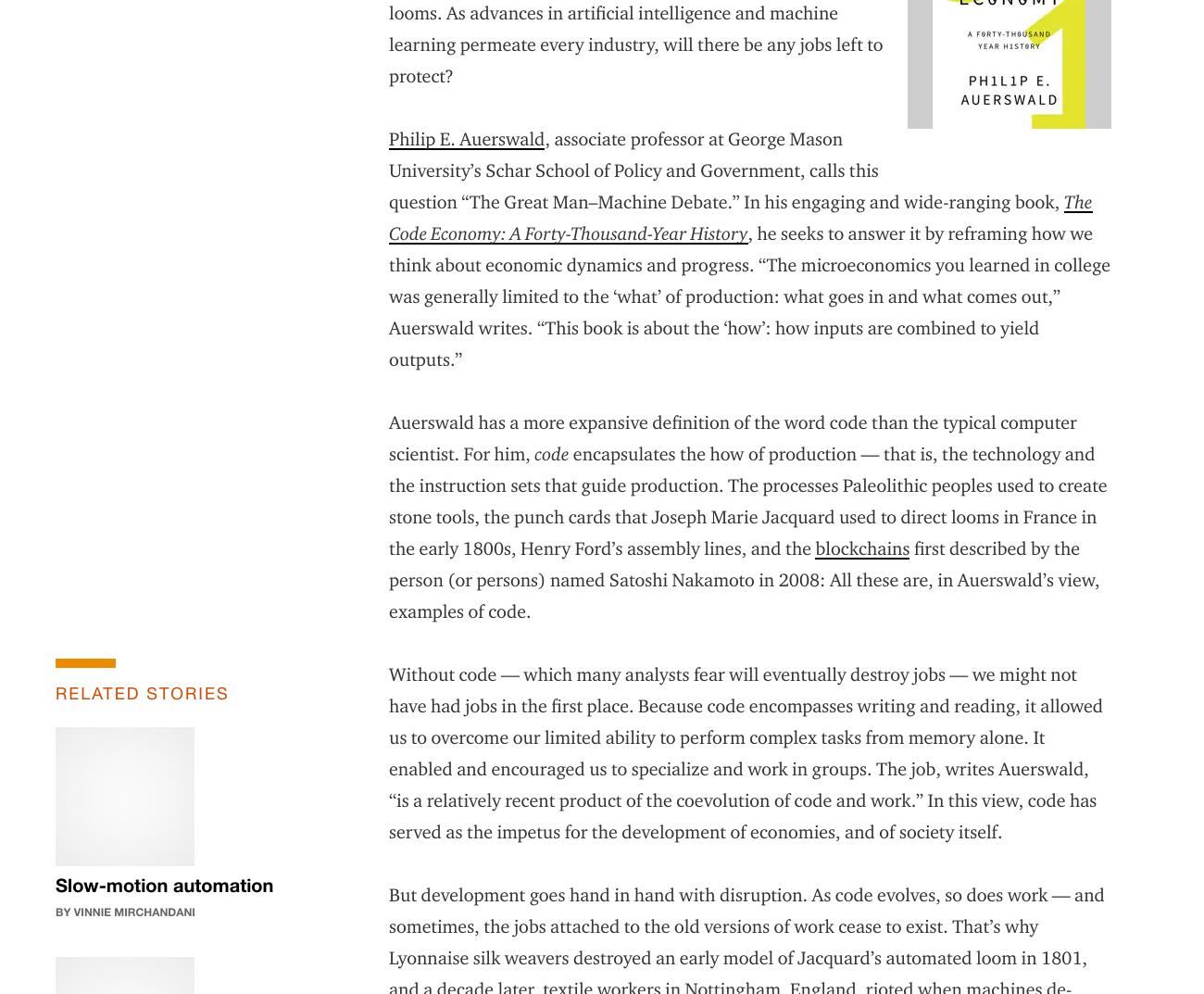 The width and height of the screenshot is (1204, 994). What do you see at coordinates (741, 855) in the screenshot?
I see `'Follow s+b on X'` at bounding box center [741, 855].